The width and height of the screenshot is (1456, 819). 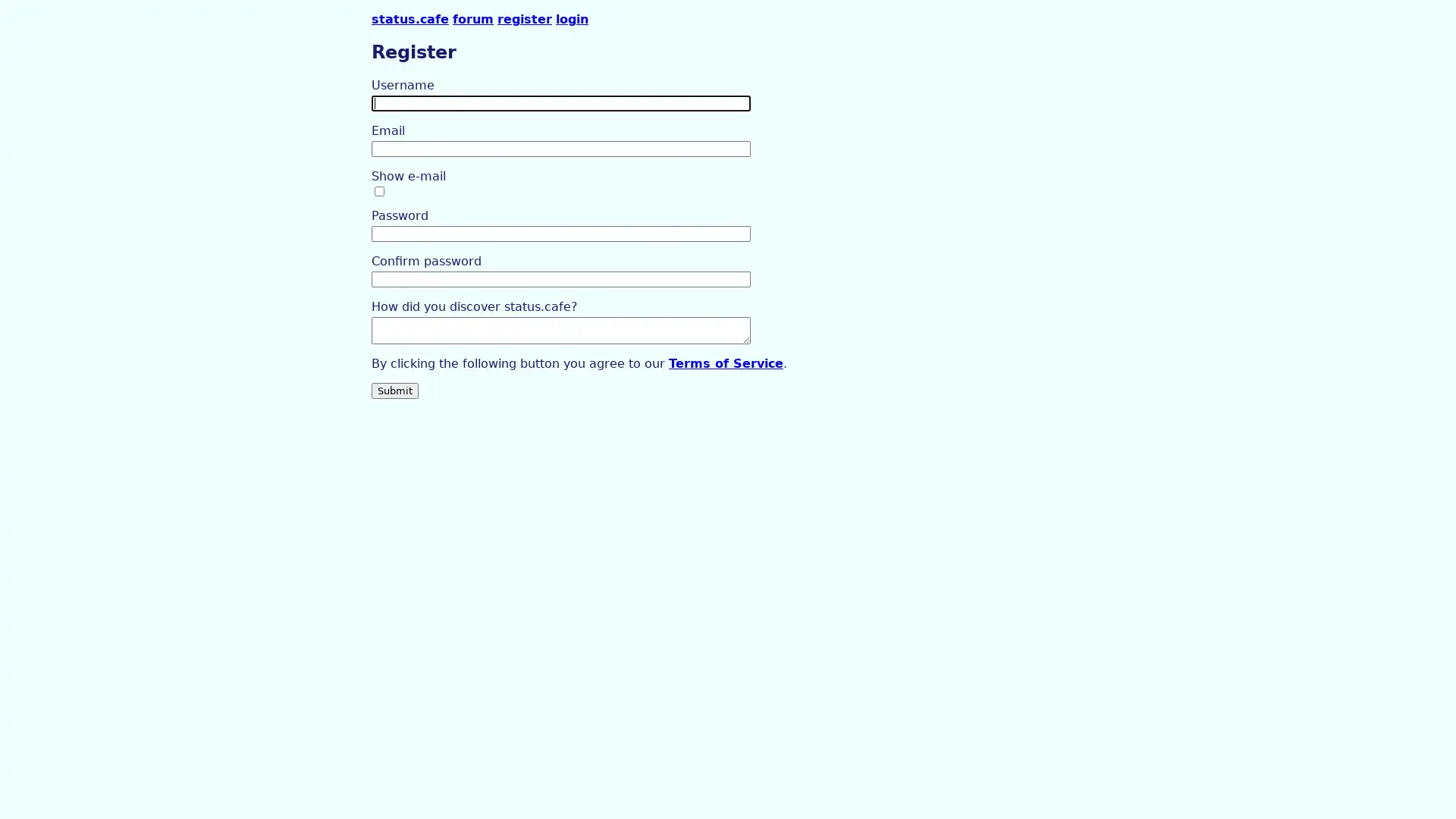 I want to click on Submit, so click(x=395, y=389).